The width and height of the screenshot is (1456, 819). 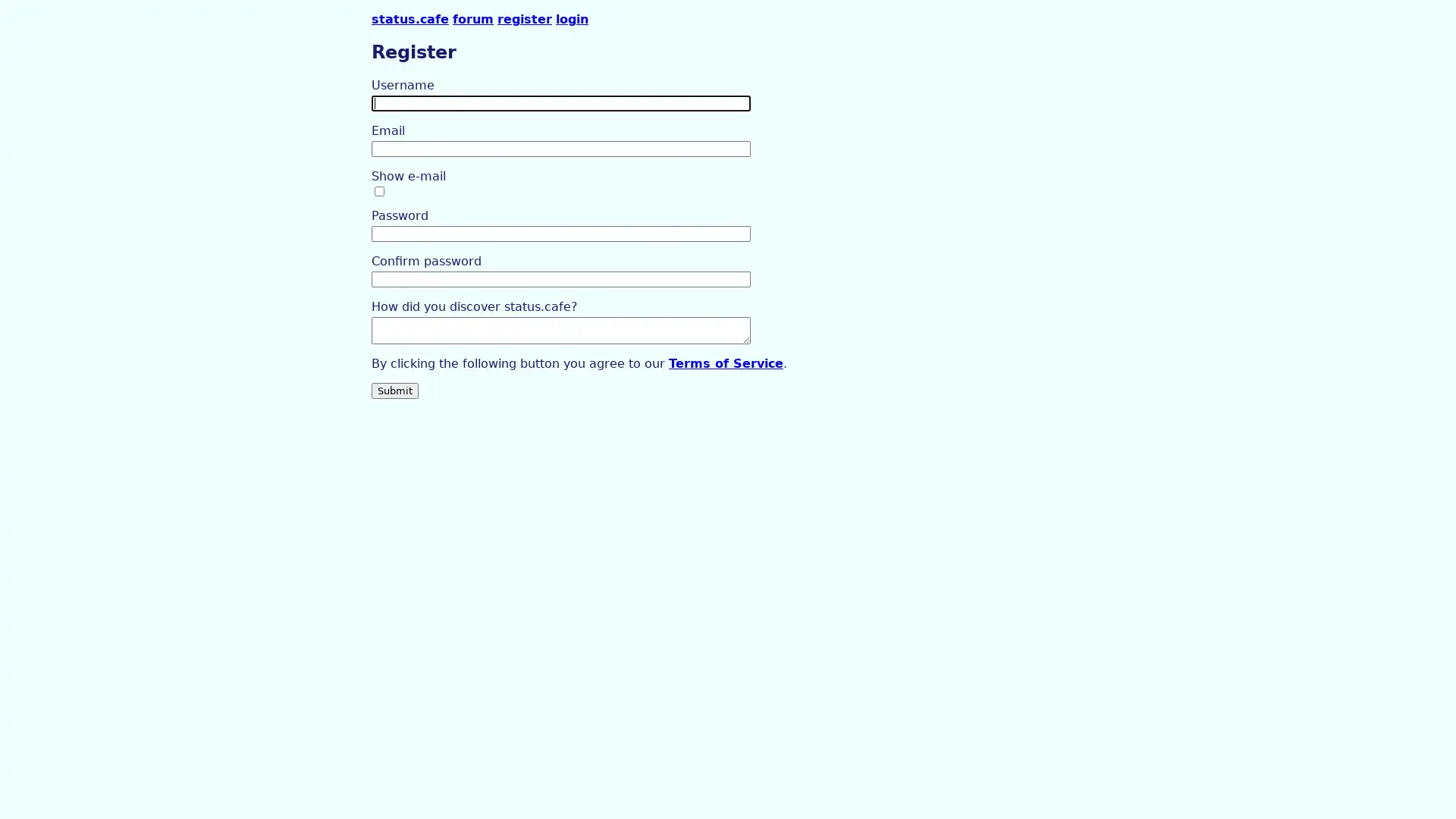 I want to click on Submit, so click(x=395, y=389).